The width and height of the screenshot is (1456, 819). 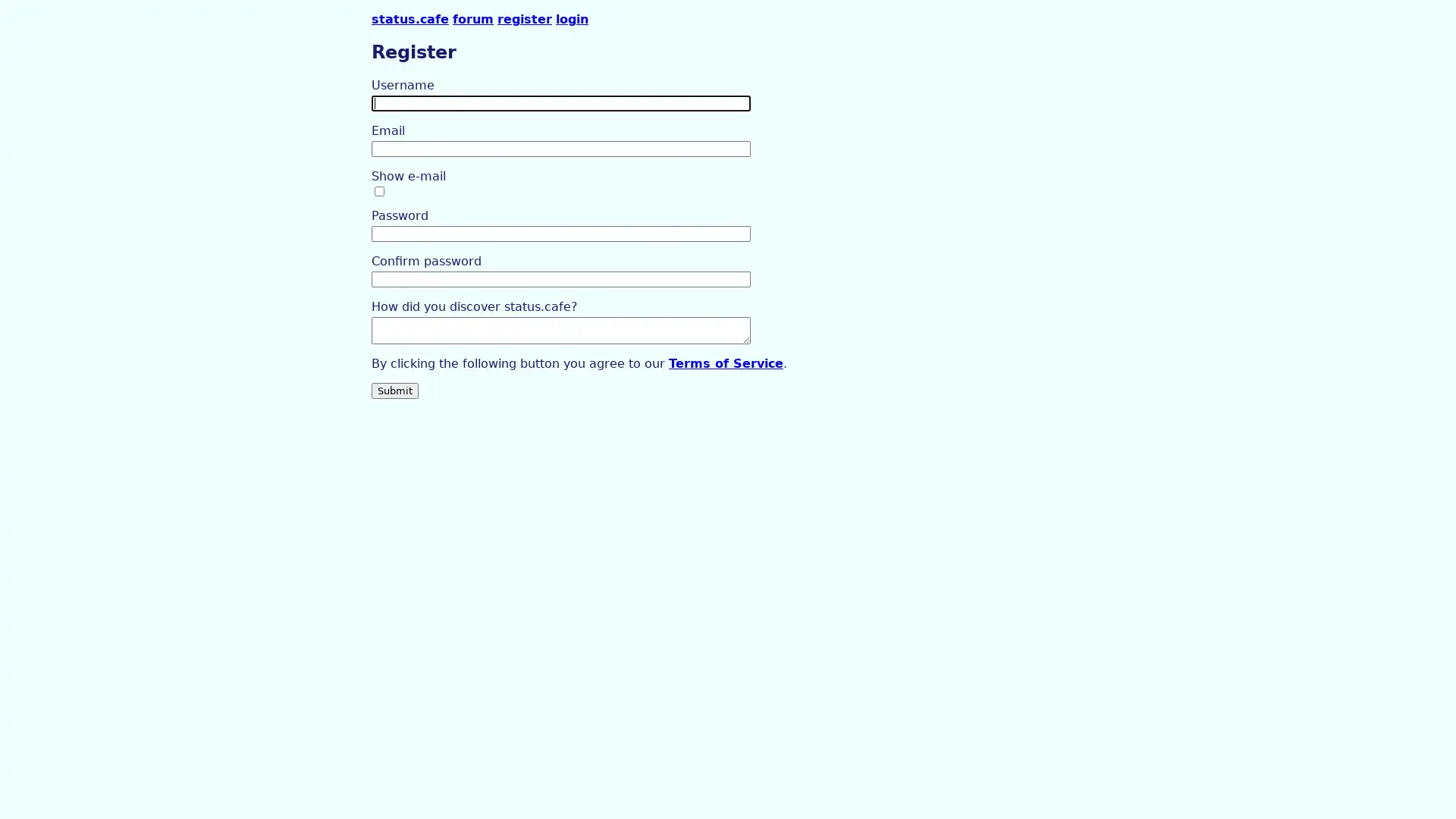 I want to click on Submit, so click(x=395, y=389).